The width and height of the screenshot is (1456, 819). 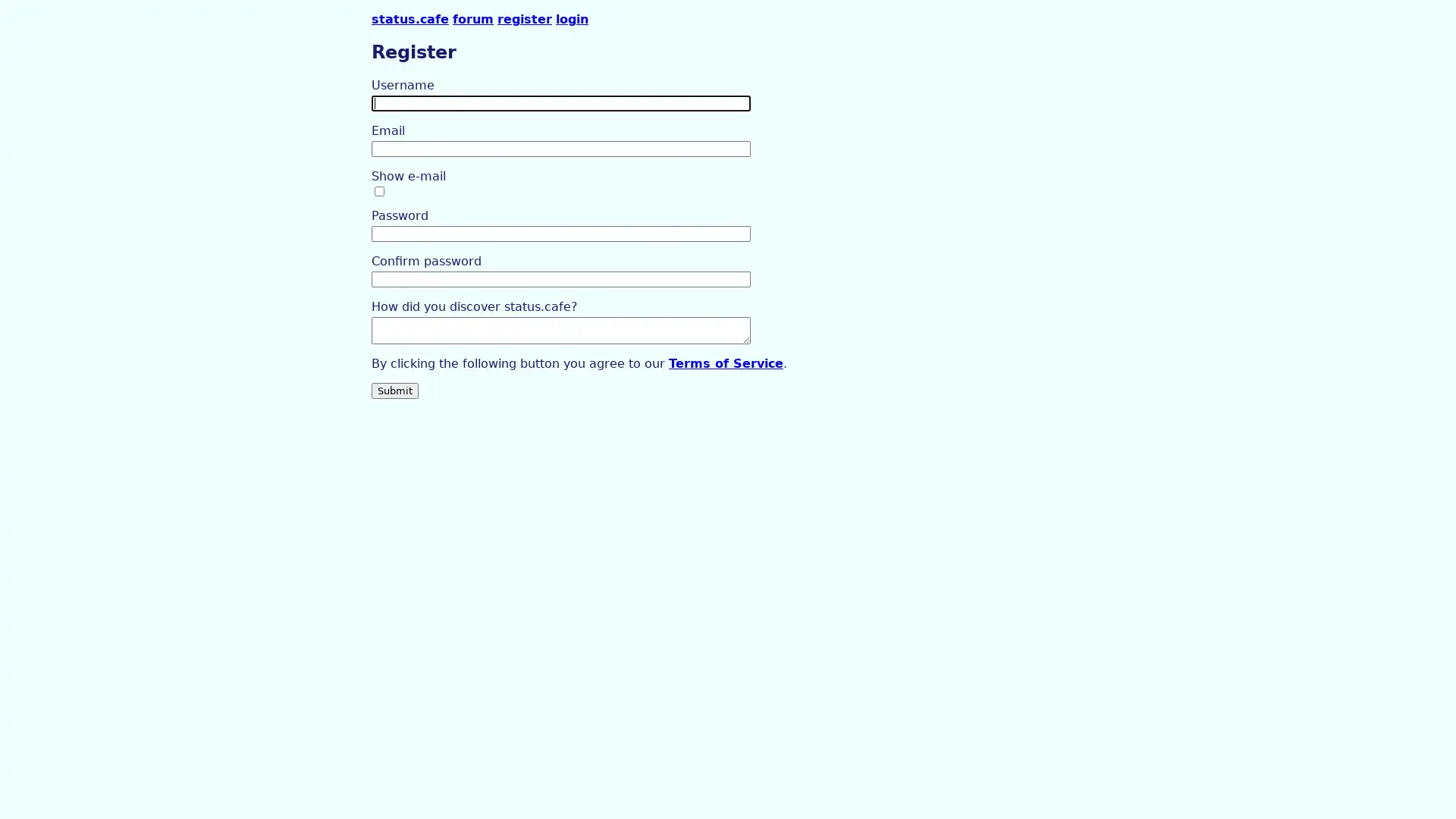 I want to click on Submit, so click(x=395, y=389).